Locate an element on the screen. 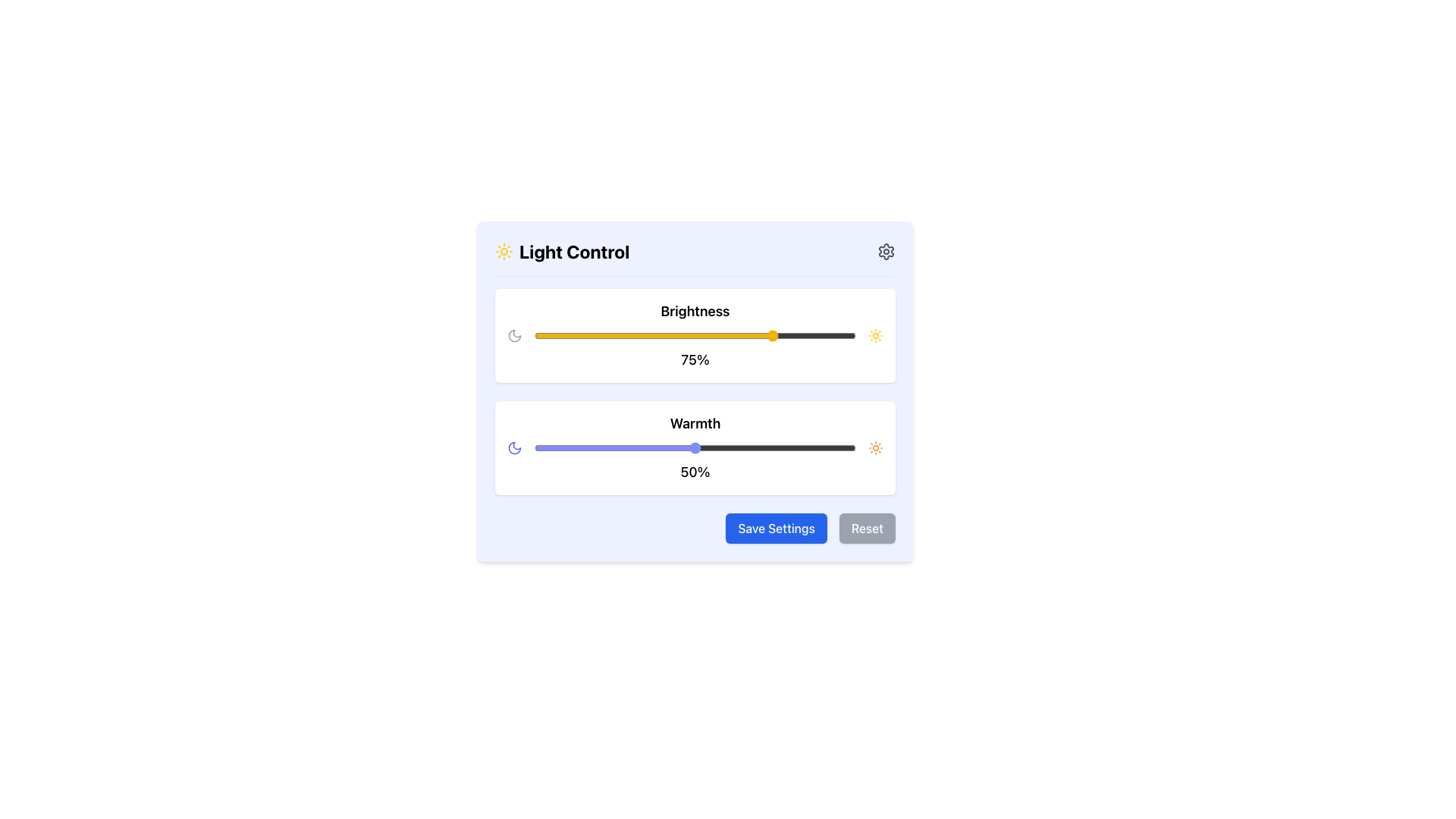 The width and height of the screenshot is (1456, 819). the static display text showing '50%' located below the slider control in the Warmth adjustment section is located at coordinates (694, 472).